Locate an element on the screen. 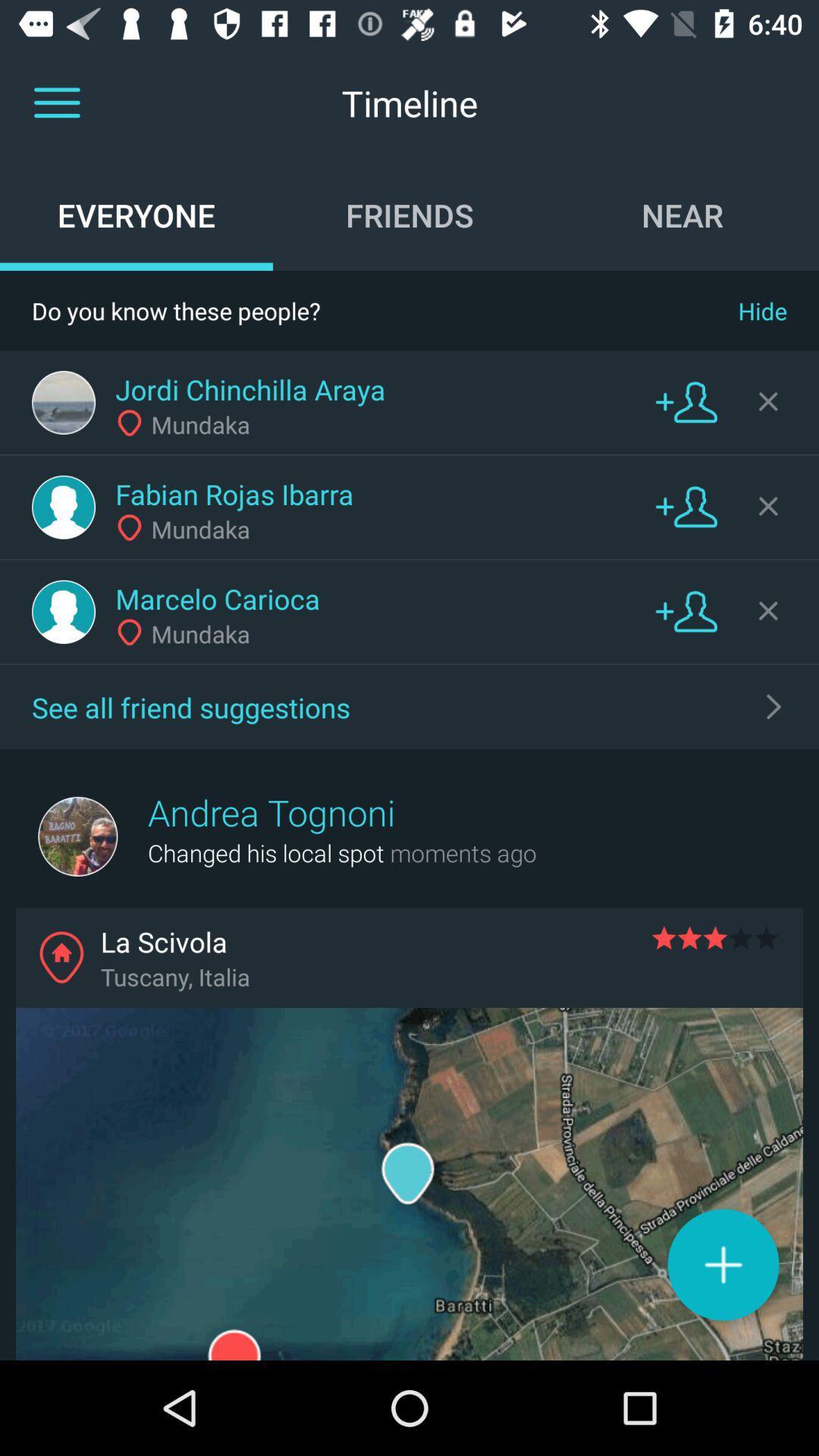 The height and width of the screenshot is (1456, 819). friends item is located at coordinates (409, 214).